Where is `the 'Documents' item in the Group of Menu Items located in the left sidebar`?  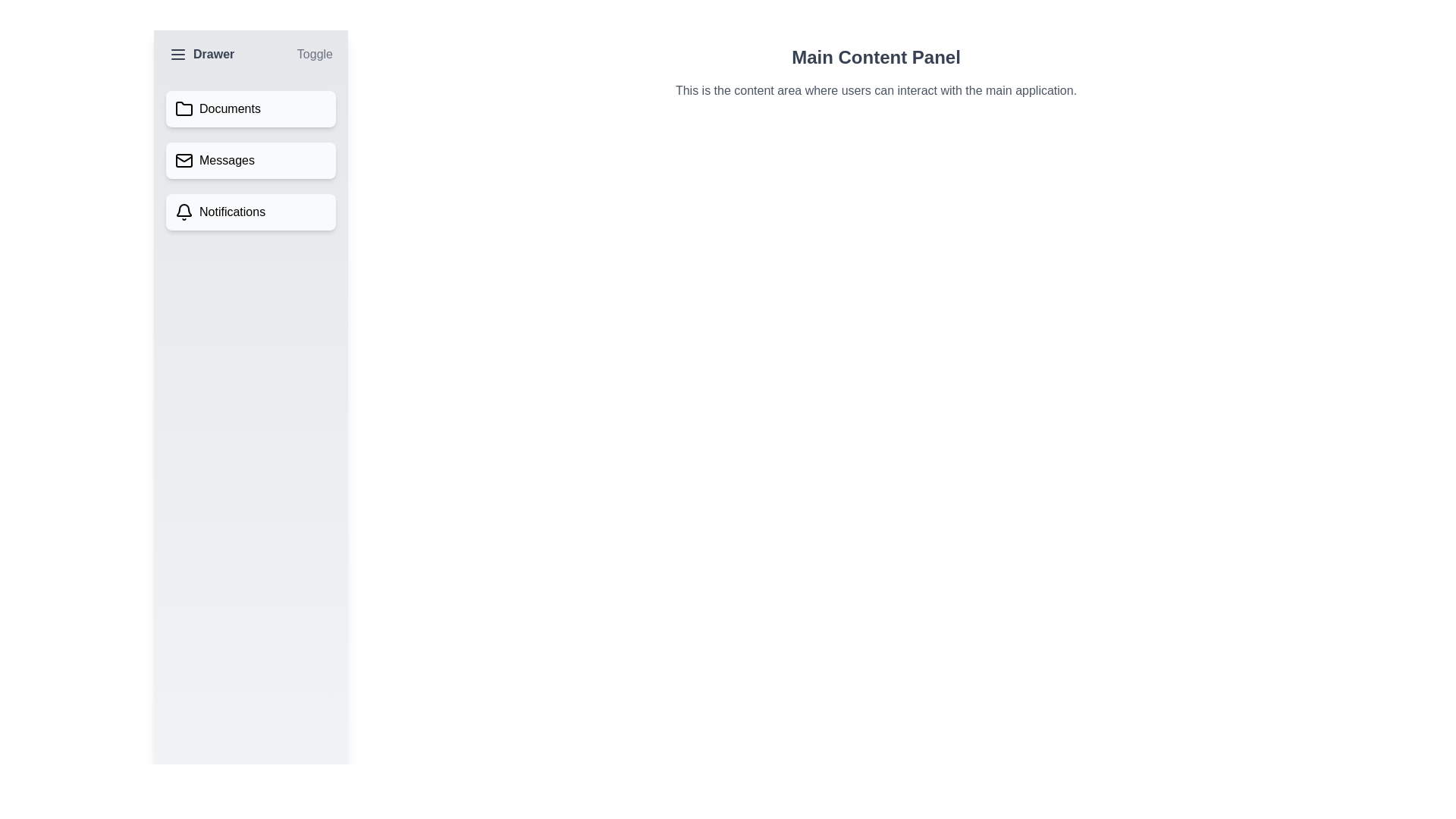 the 'Documents' item in the Group of Menu Items located in the left sidebar is located at coordinates (251, 161).